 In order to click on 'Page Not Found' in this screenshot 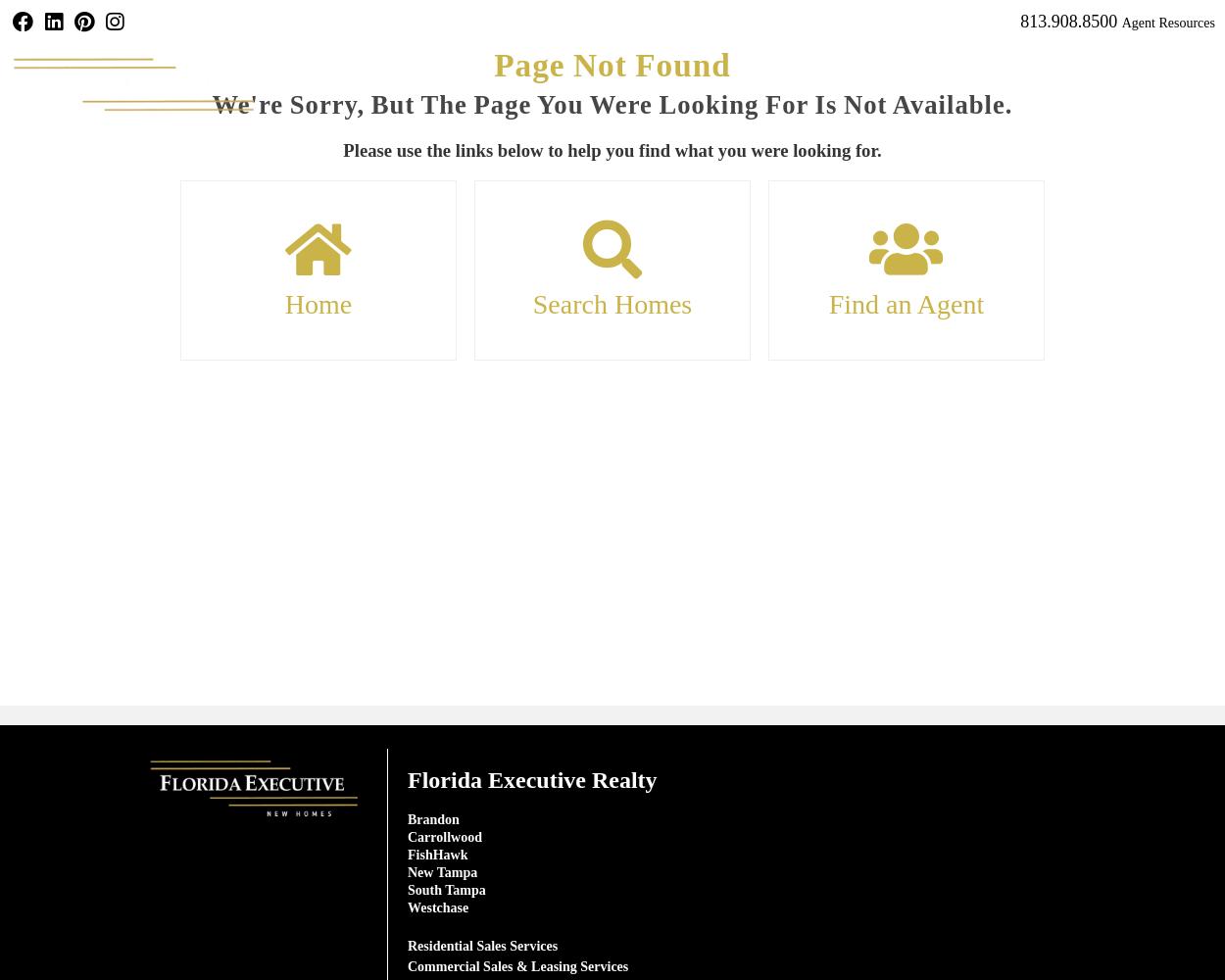, I will do `click(611, 64)`.